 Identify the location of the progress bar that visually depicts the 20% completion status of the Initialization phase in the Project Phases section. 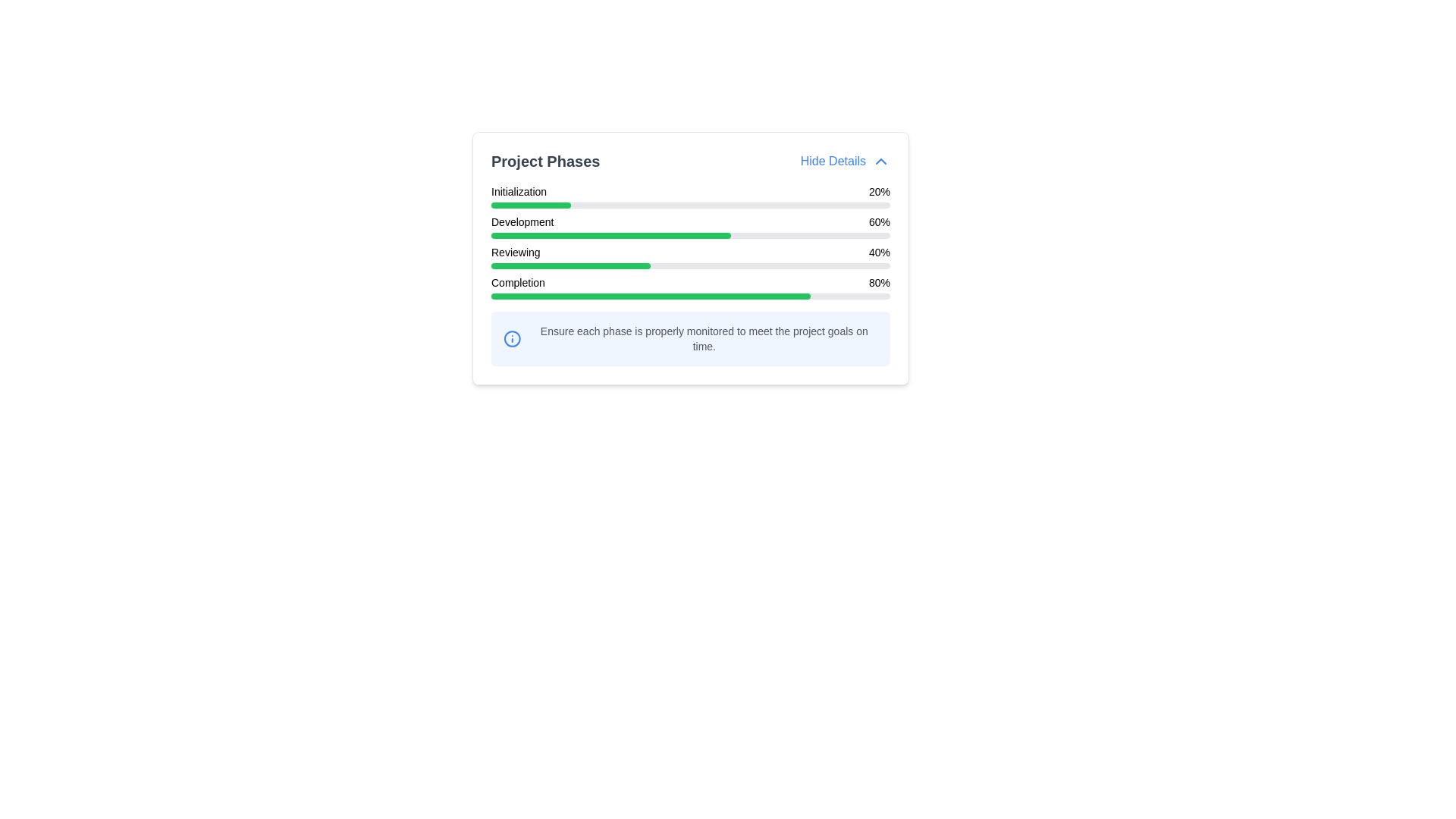
(531, 205).